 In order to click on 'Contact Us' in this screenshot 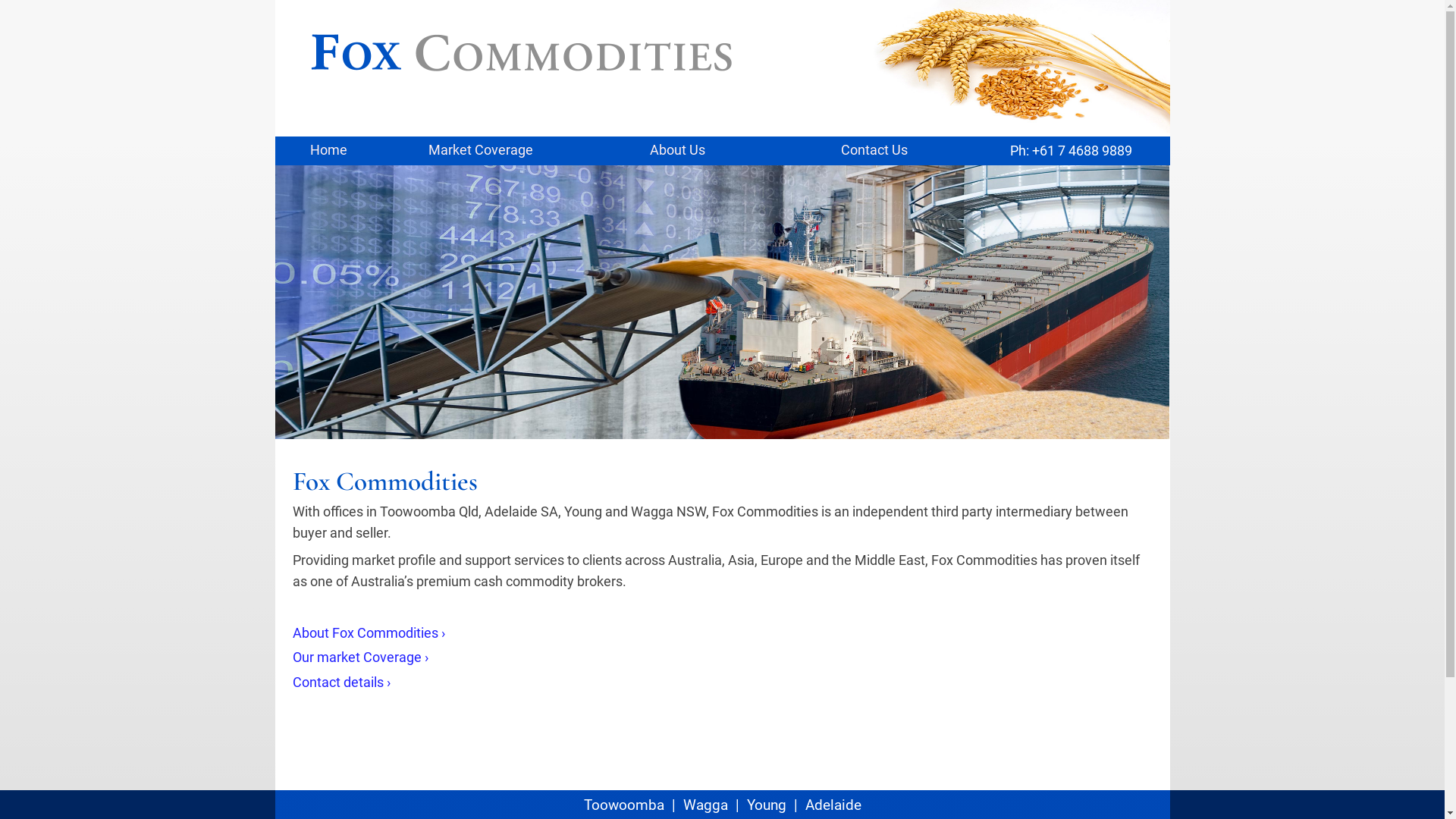, I will do `click(874, 151)`.